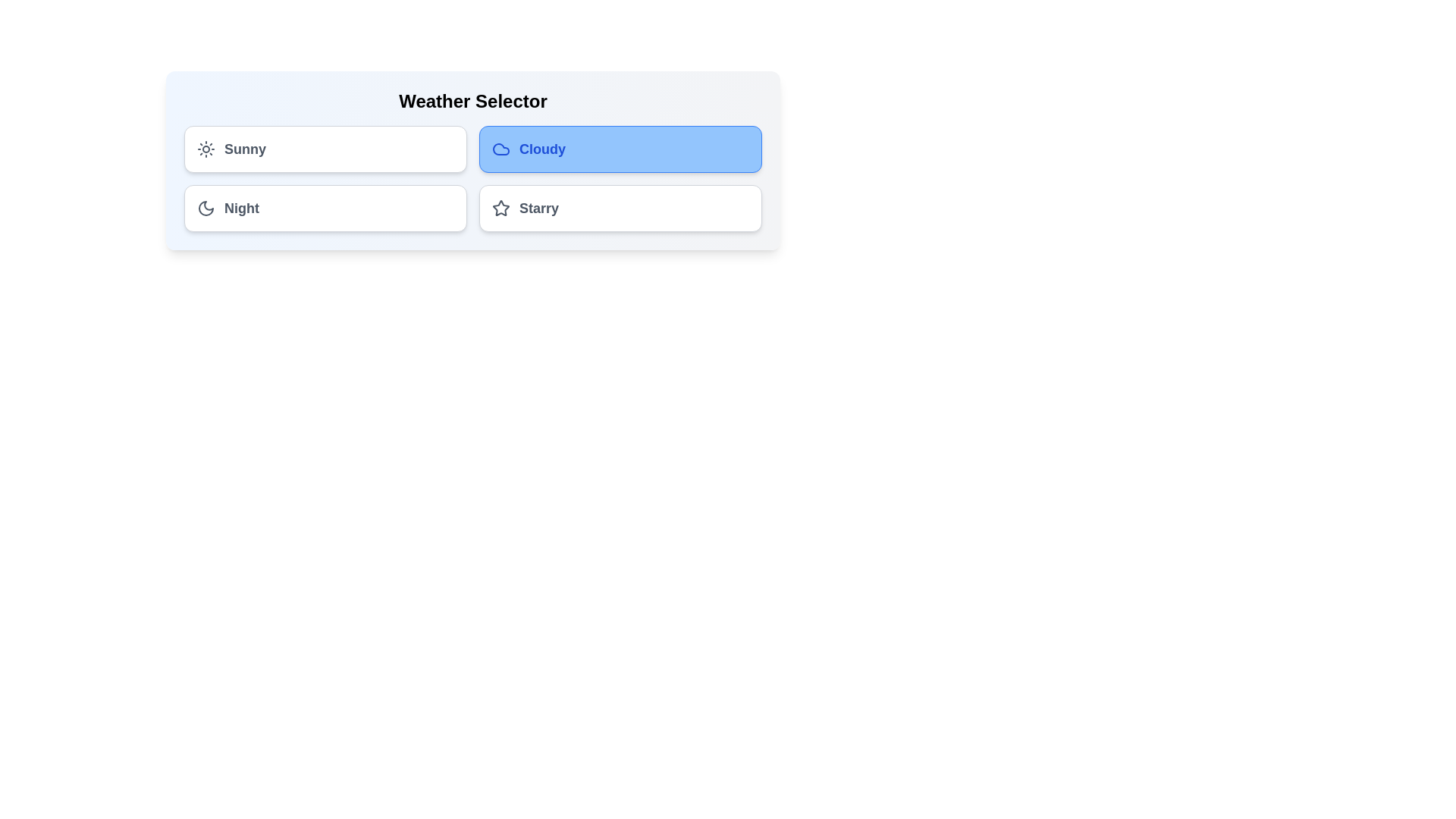  I want to click on the weather chip labeled Starry, so click(620, 208).